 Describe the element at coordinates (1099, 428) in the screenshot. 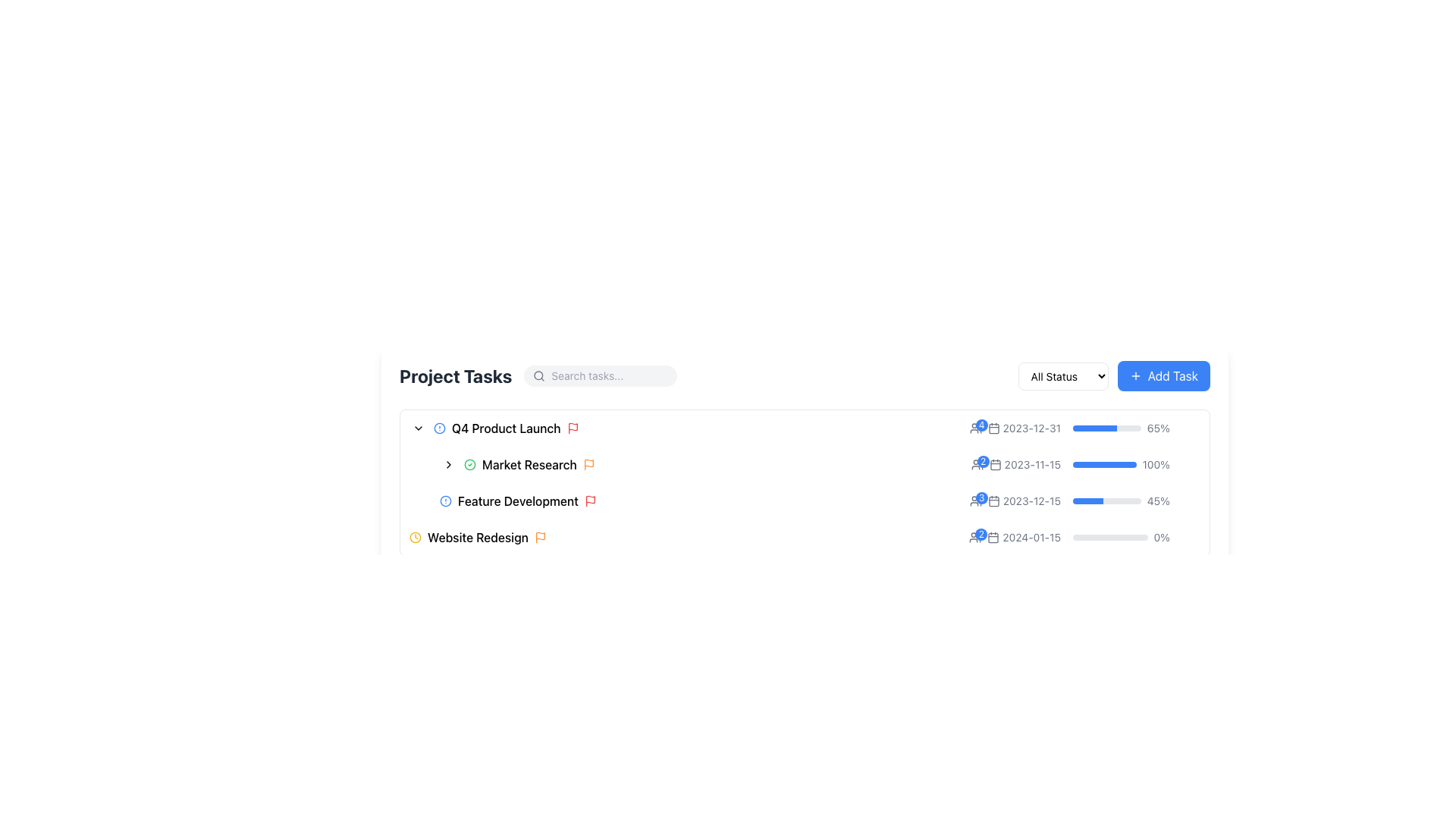

I see `task completion` at that location.